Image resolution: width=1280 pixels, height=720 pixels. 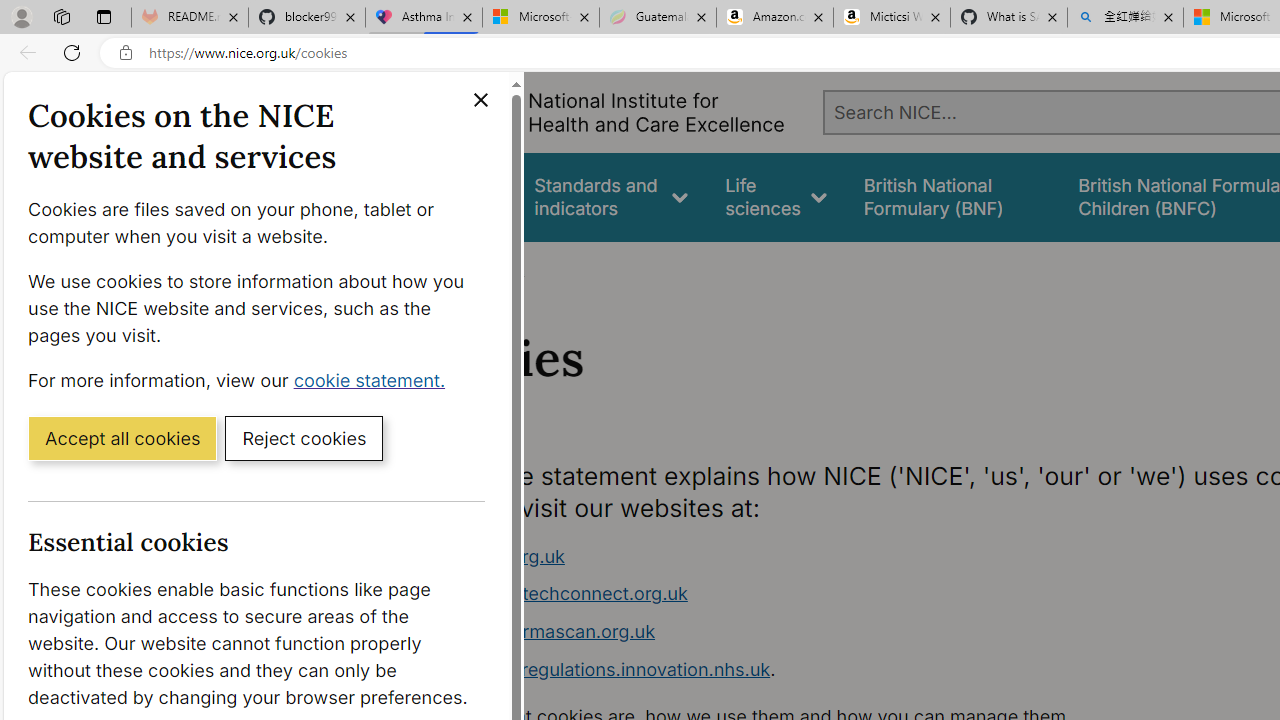 What do you see at coordinates (457, 197) in the screenshot?
I see `'Guidance'` at bounding box center [457, 197].